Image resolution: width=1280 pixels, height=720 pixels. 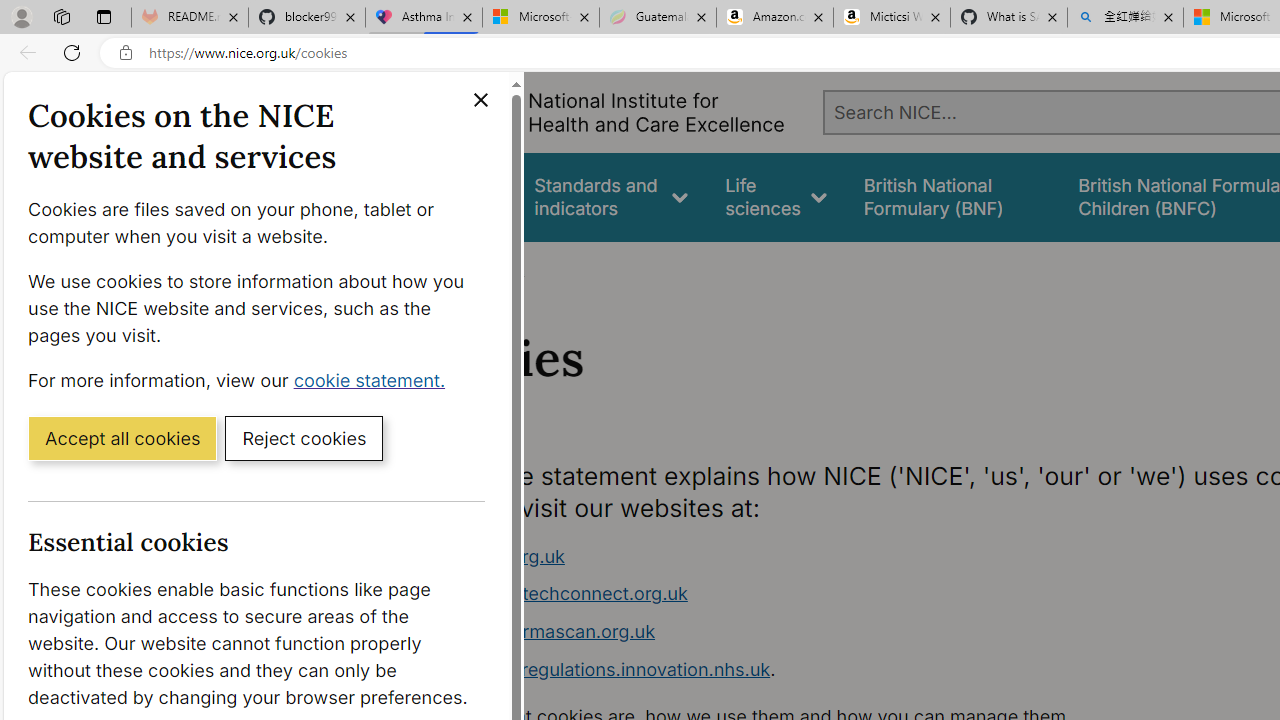 What do you see at coordinates (457, 197) in the screenshot?
I see `'Guidance'` at bounding box center [457, 197].